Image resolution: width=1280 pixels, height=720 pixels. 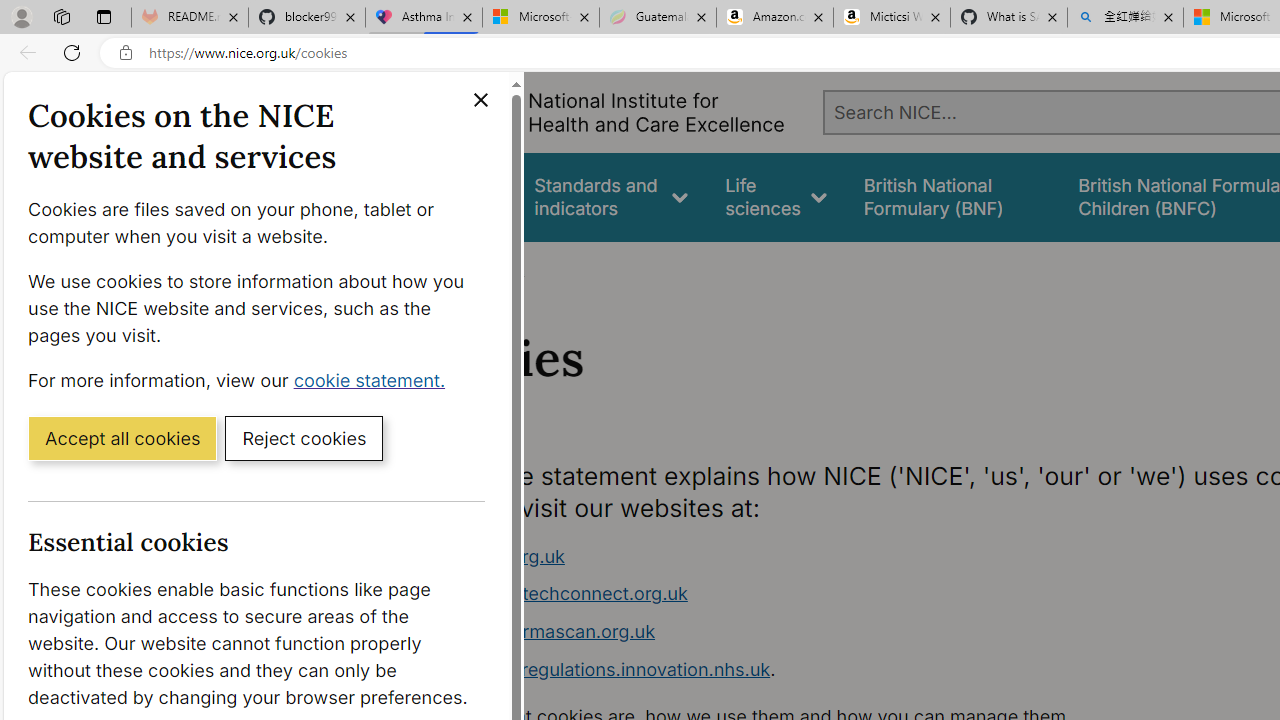 What do you see at coordinates (457, 197) in the screenshot?
I see `'Guidance'` at bounding box center [457, 197].